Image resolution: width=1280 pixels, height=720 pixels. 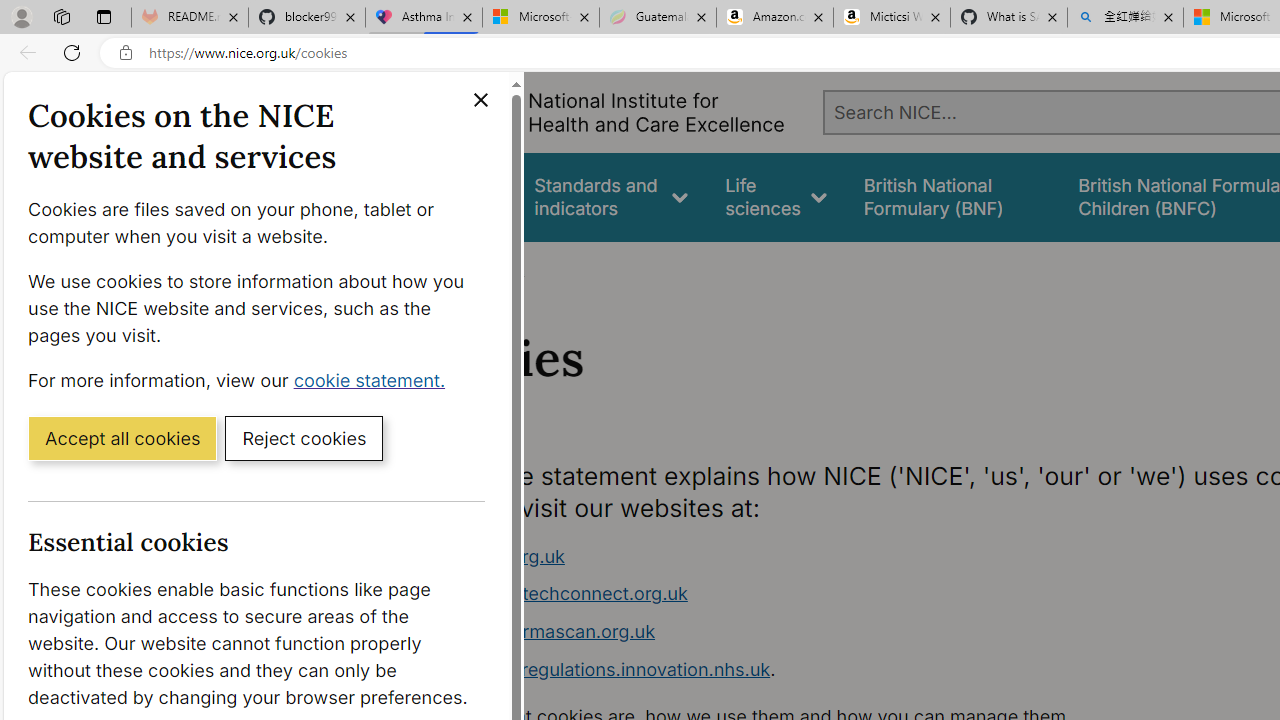 What do you see at coordinates (457, 197) in the screenshot?
I see `'Guidance'` at bounding box center [457, 197].